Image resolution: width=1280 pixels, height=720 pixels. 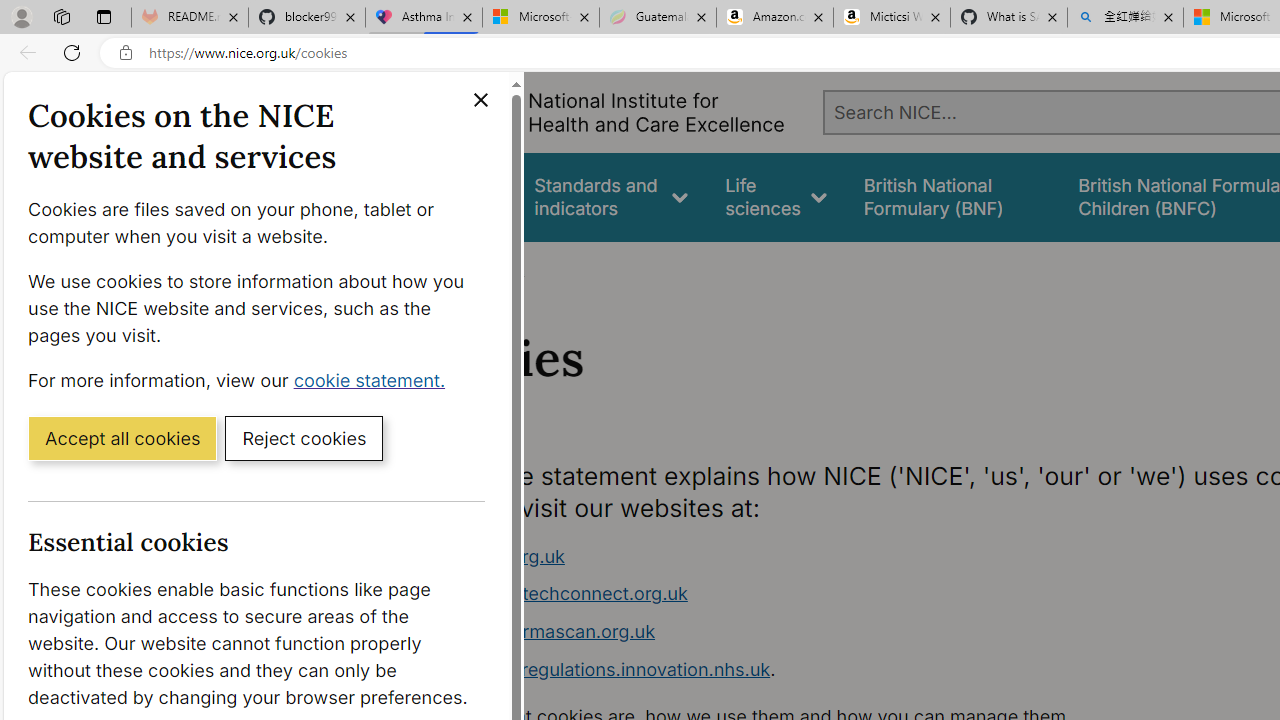 What do you see at coordinates (457, 197) in the screenshot?
I see `'Guidance'` at bounding box center [457, 197].